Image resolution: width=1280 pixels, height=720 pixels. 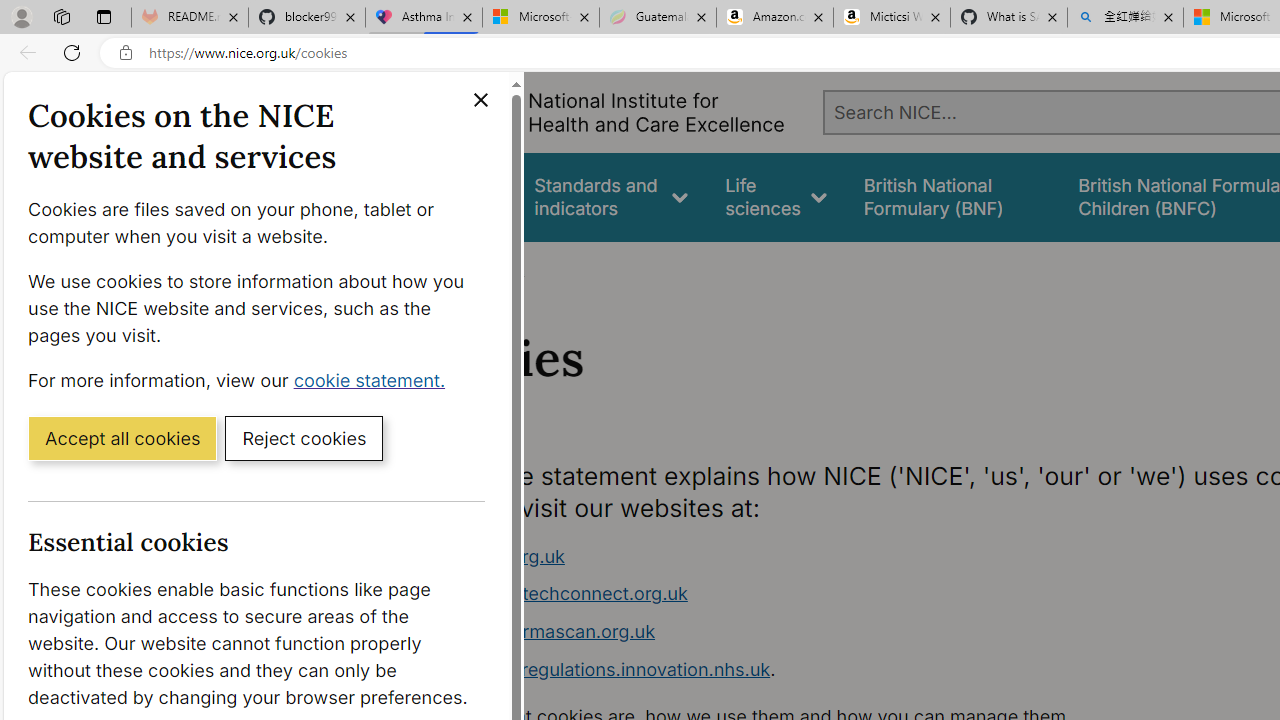 What do you see at coordinates (457, 197) in the screenshot?
I see `'Guidance'` at bounding box center [457, 197].